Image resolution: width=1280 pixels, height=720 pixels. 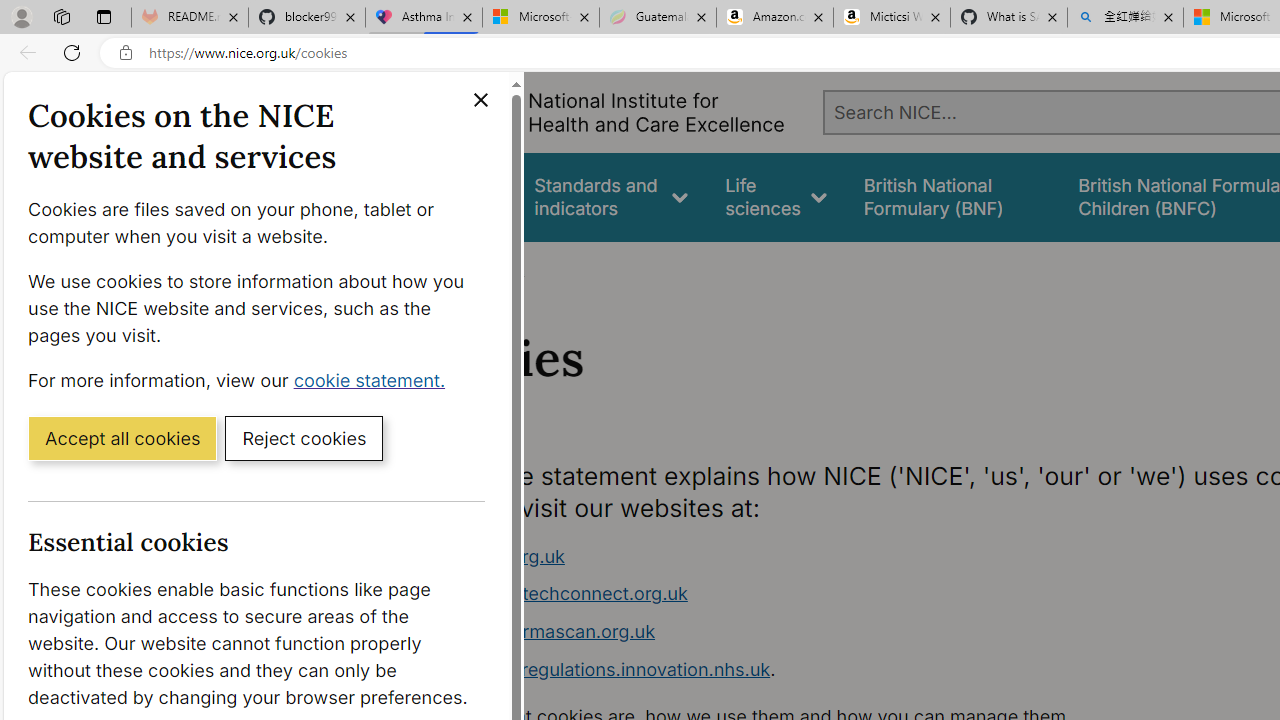 What do you see at coordinates (457, 197) in the screenshot?
I see `'Guidance'` at bounding box center [457, 197].